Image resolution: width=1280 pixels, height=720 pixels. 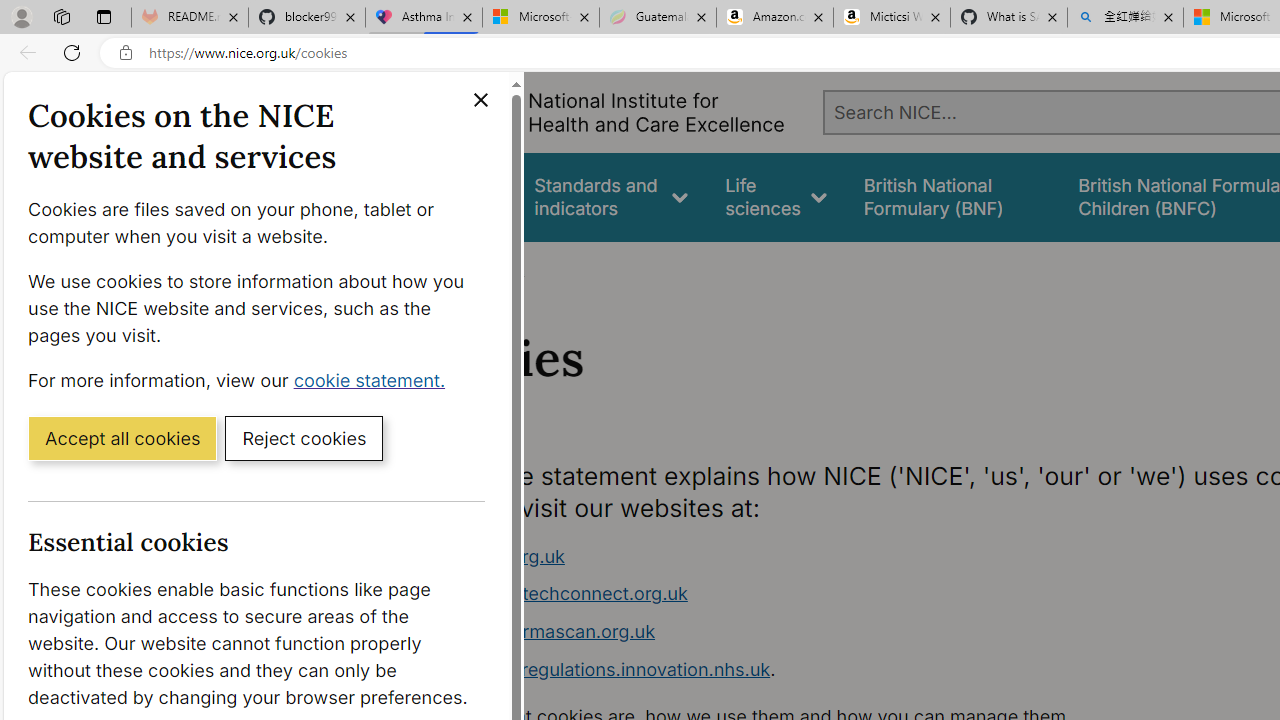 What do you see at coordinates (457, 197) in the screenshot?
I see `'Guidance'` at bounding box center [457, 197].